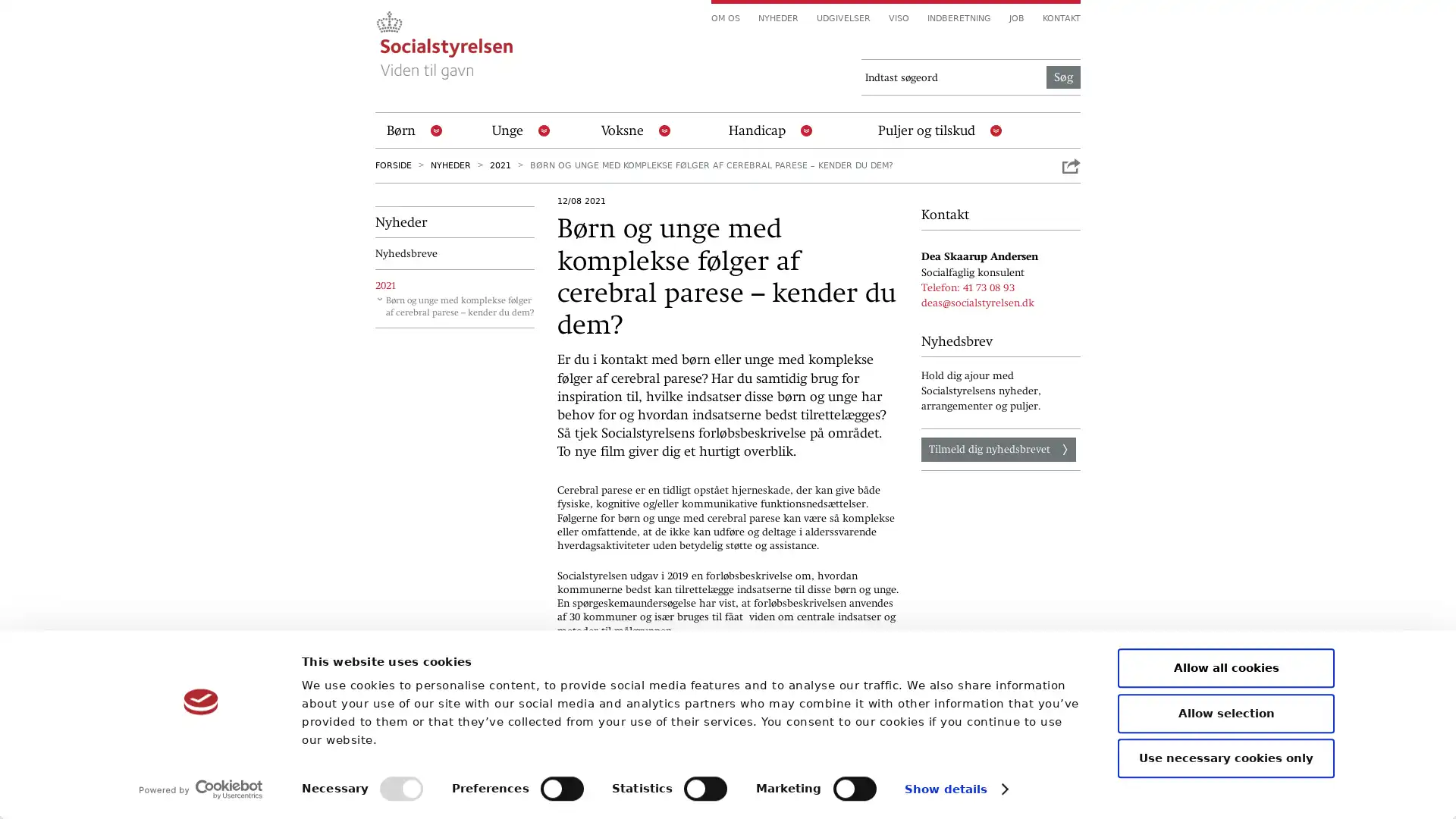 Image resolution: width=1456 pixels, height=819 pixels. I want to click on Sg, so click(1062, 77).